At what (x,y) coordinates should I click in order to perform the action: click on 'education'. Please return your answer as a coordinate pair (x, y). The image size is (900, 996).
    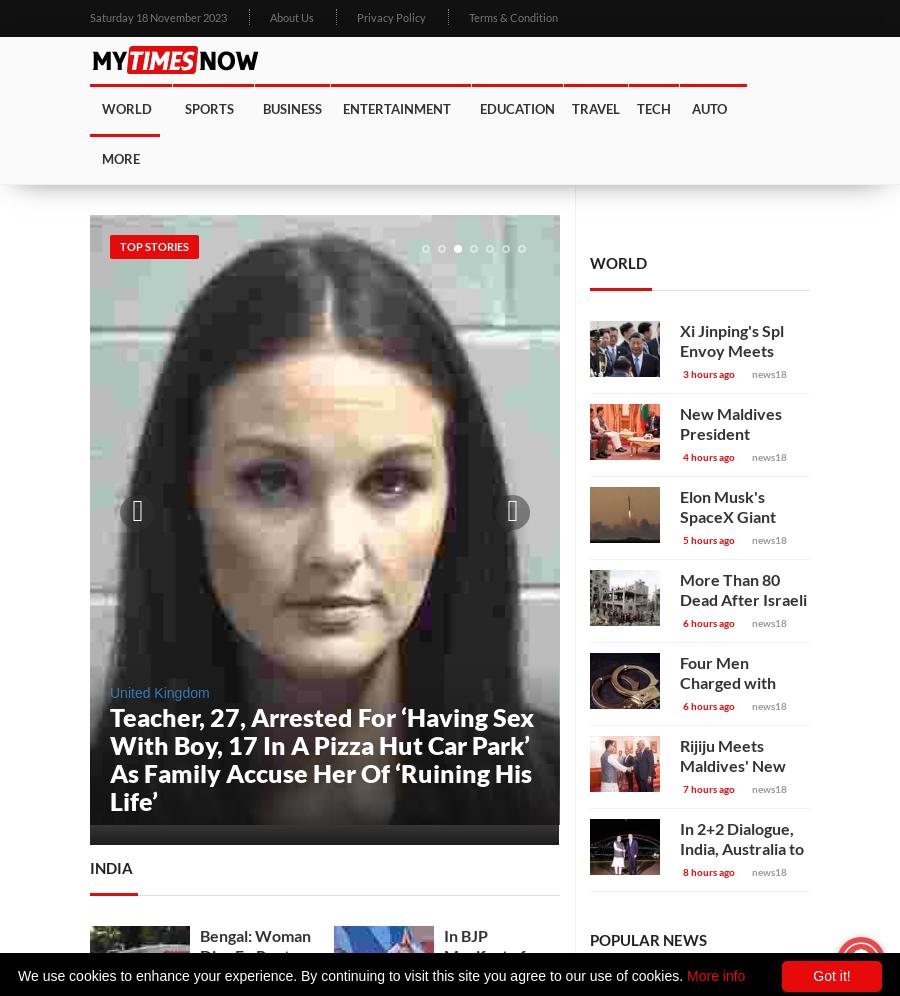
    Looking at the image, I should click on (516, 108).